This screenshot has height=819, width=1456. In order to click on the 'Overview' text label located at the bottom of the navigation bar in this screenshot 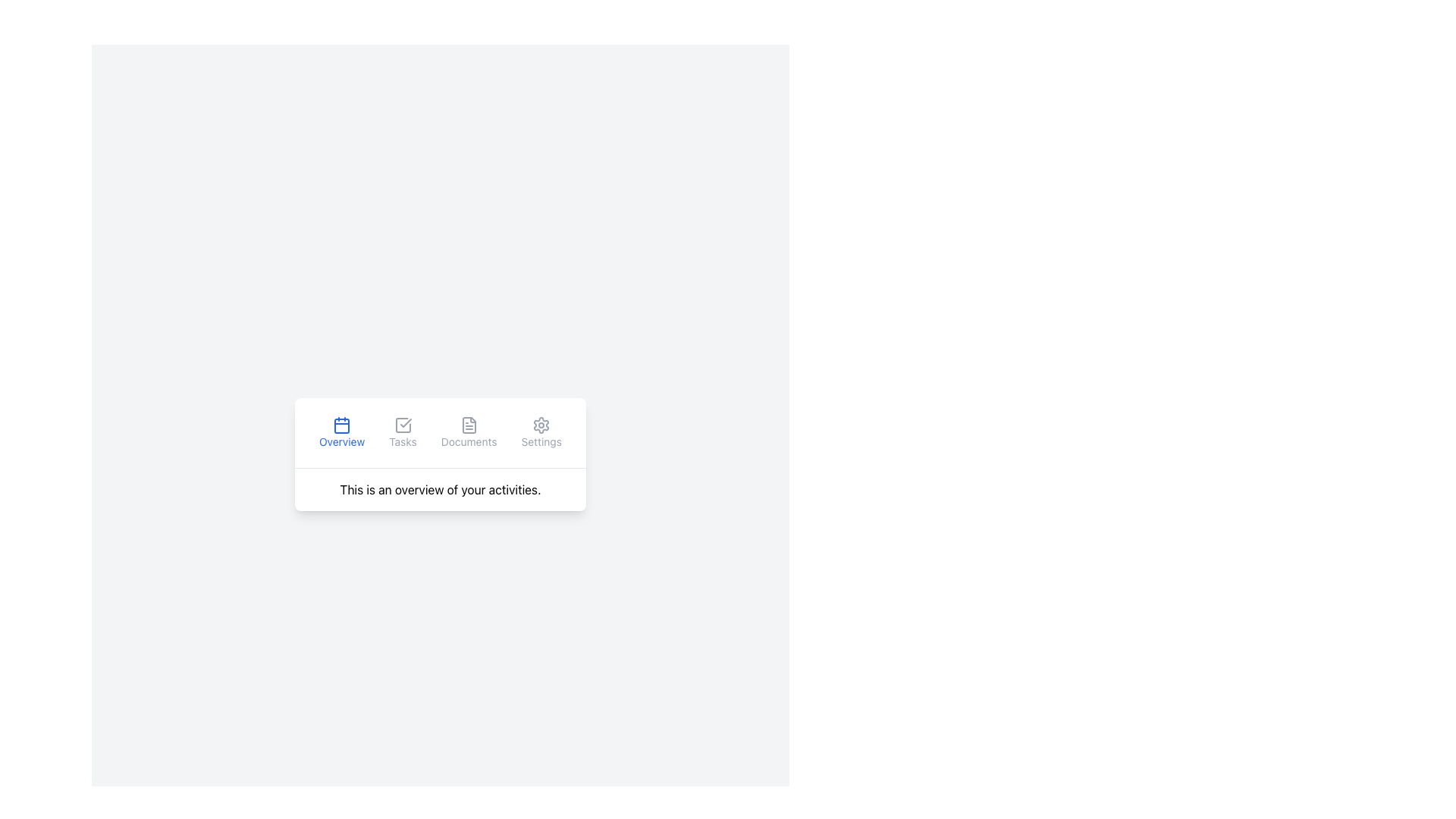, I will do `click(341, 441)`.